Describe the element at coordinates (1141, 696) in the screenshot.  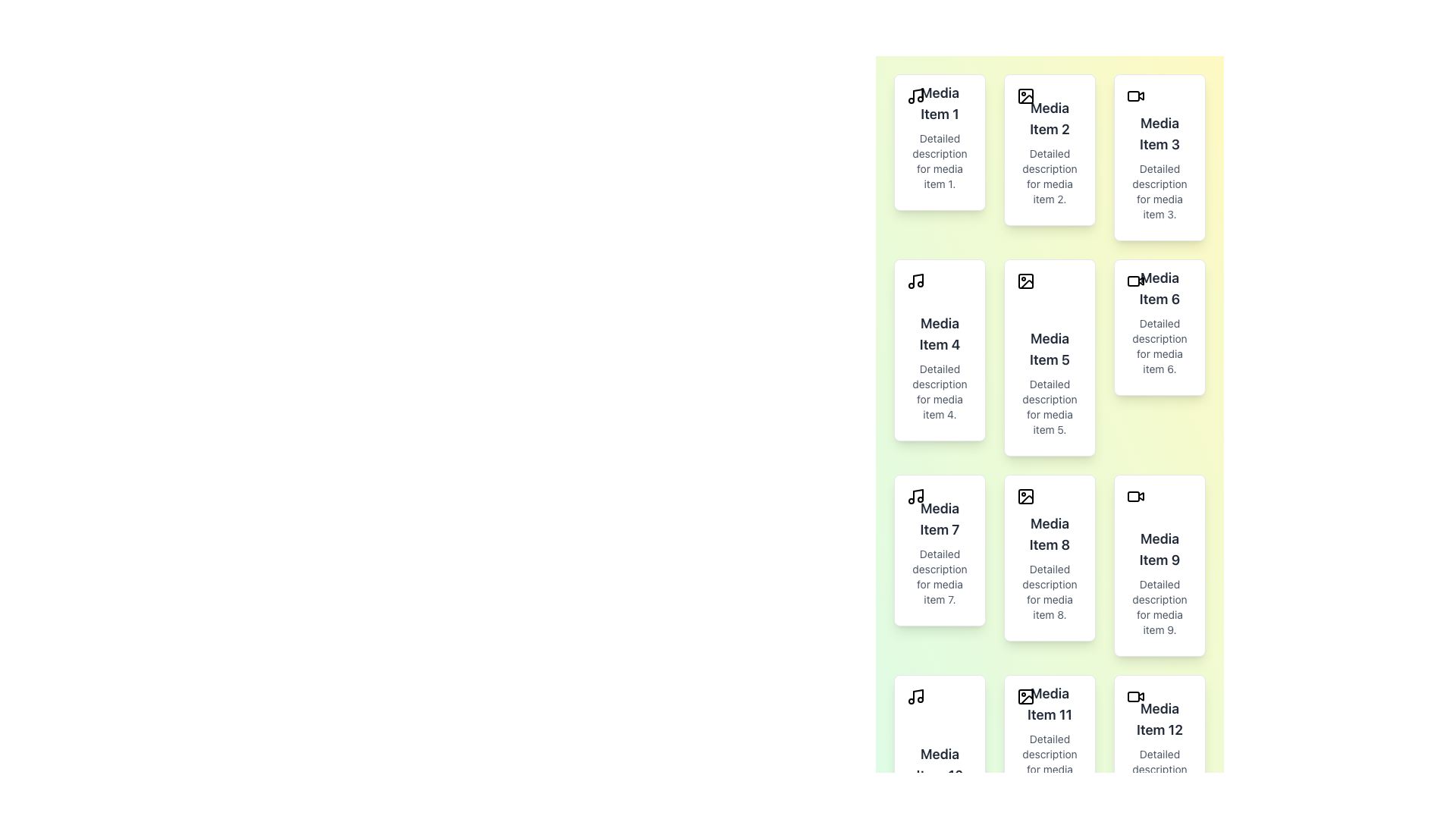
I see `the decorative icon component of the video symbol in 'Media Item 12', located in the last row of the grid layout on the far right column` at that location.